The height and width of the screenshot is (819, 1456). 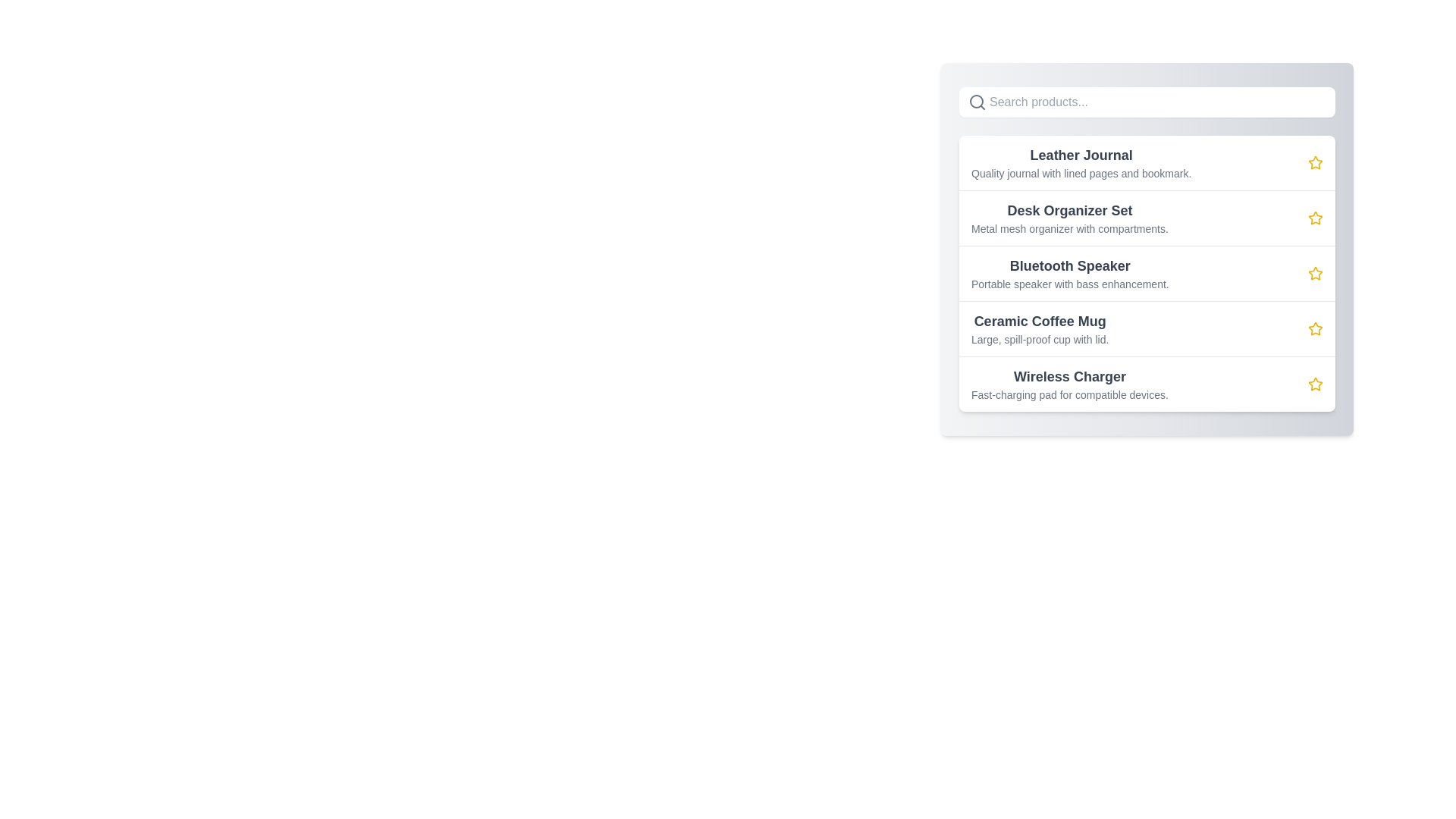 I want to click on the list item displaying the product 'Wireless Charger', so click(x=1147, y=382).